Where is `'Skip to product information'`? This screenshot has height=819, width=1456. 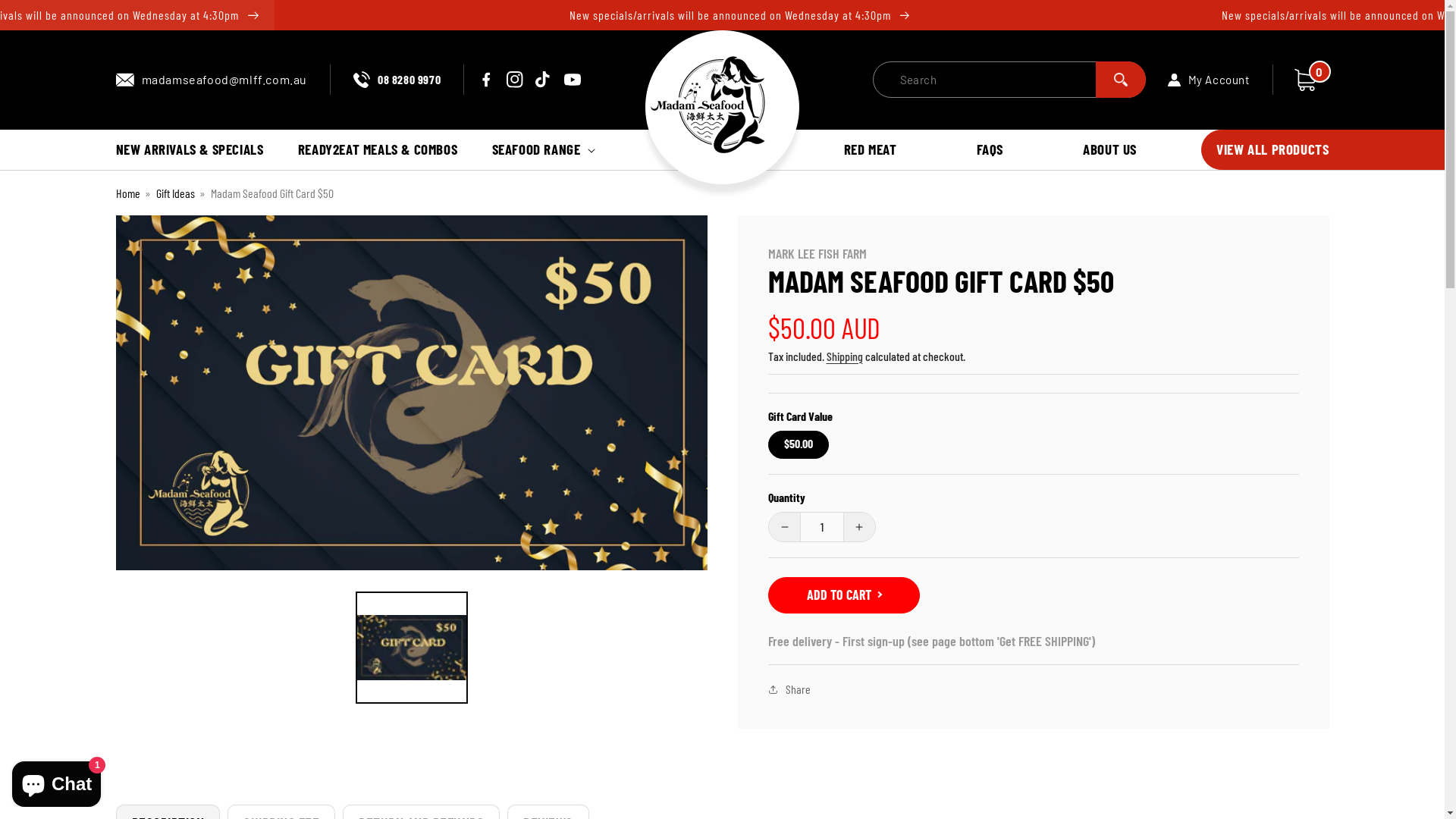
'Skip to product information' is located at coordinates (161, 232).